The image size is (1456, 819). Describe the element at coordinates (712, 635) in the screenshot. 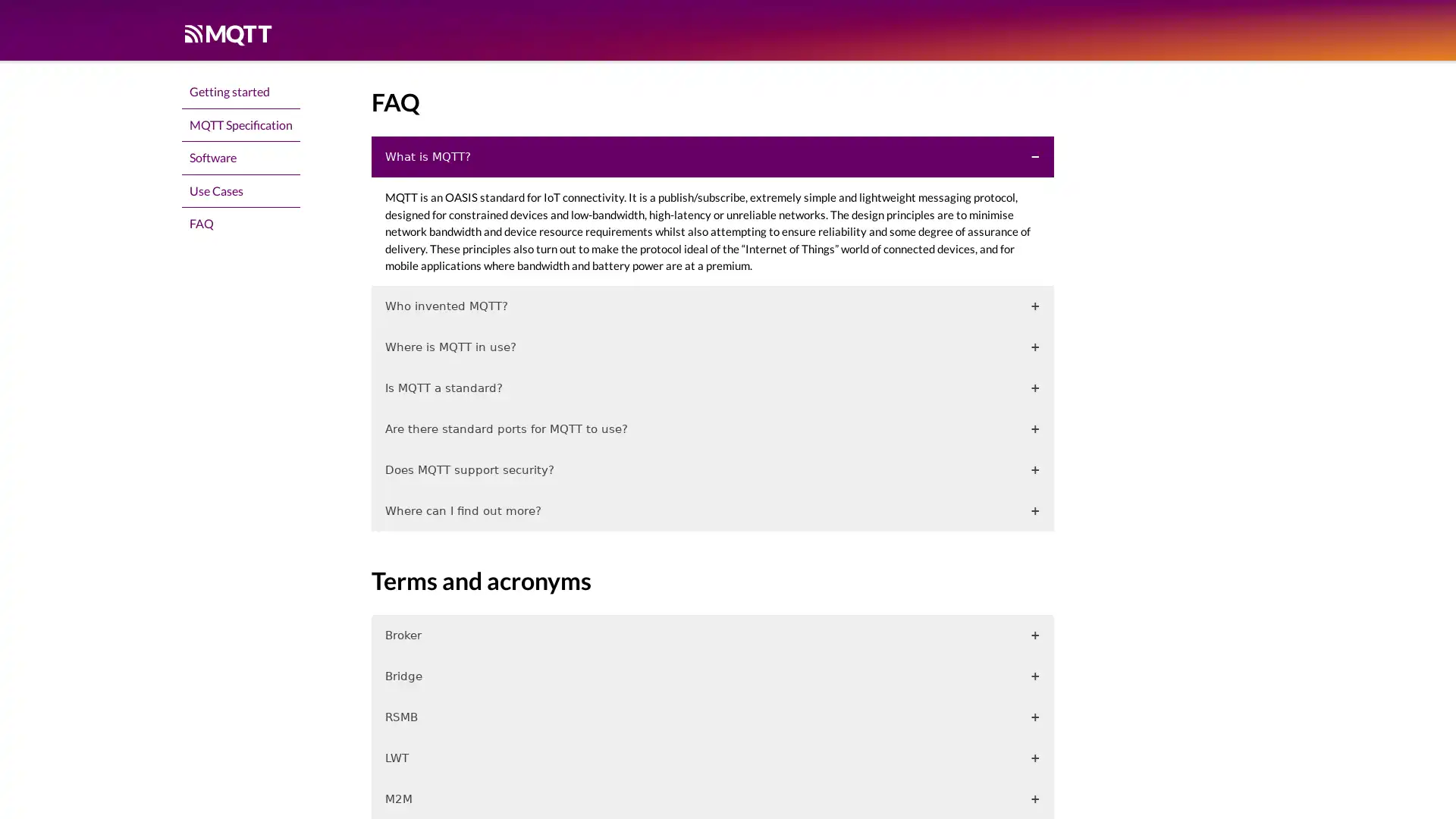

I see `Broker +` at that location.